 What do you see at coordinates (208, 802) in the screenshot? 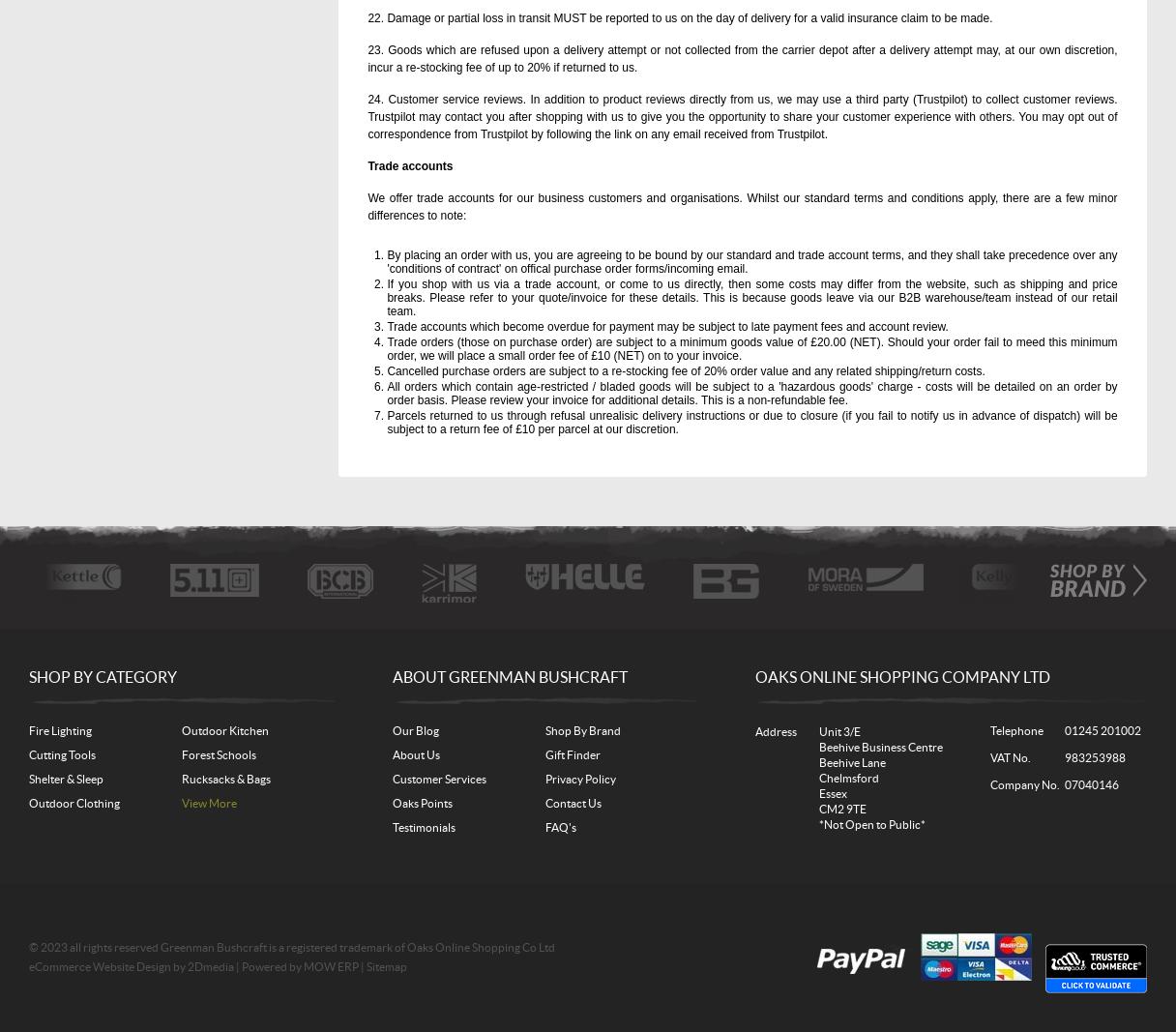
I see `'View More'` at bounding box center [208, 802].